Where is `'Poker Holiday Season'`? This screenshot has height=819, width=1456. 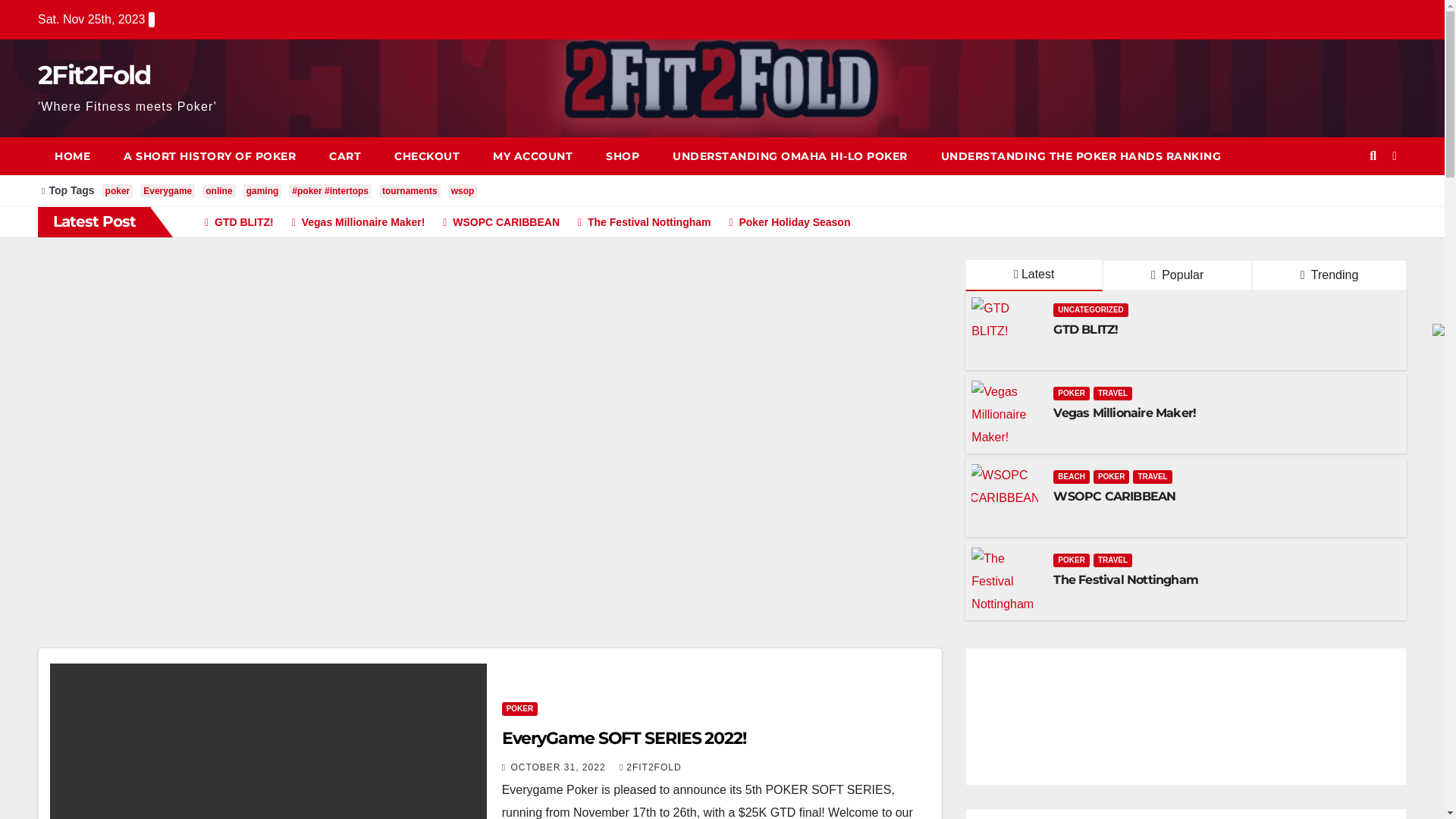 'Poker Holiday Season' is located at coordinates (782, 222).